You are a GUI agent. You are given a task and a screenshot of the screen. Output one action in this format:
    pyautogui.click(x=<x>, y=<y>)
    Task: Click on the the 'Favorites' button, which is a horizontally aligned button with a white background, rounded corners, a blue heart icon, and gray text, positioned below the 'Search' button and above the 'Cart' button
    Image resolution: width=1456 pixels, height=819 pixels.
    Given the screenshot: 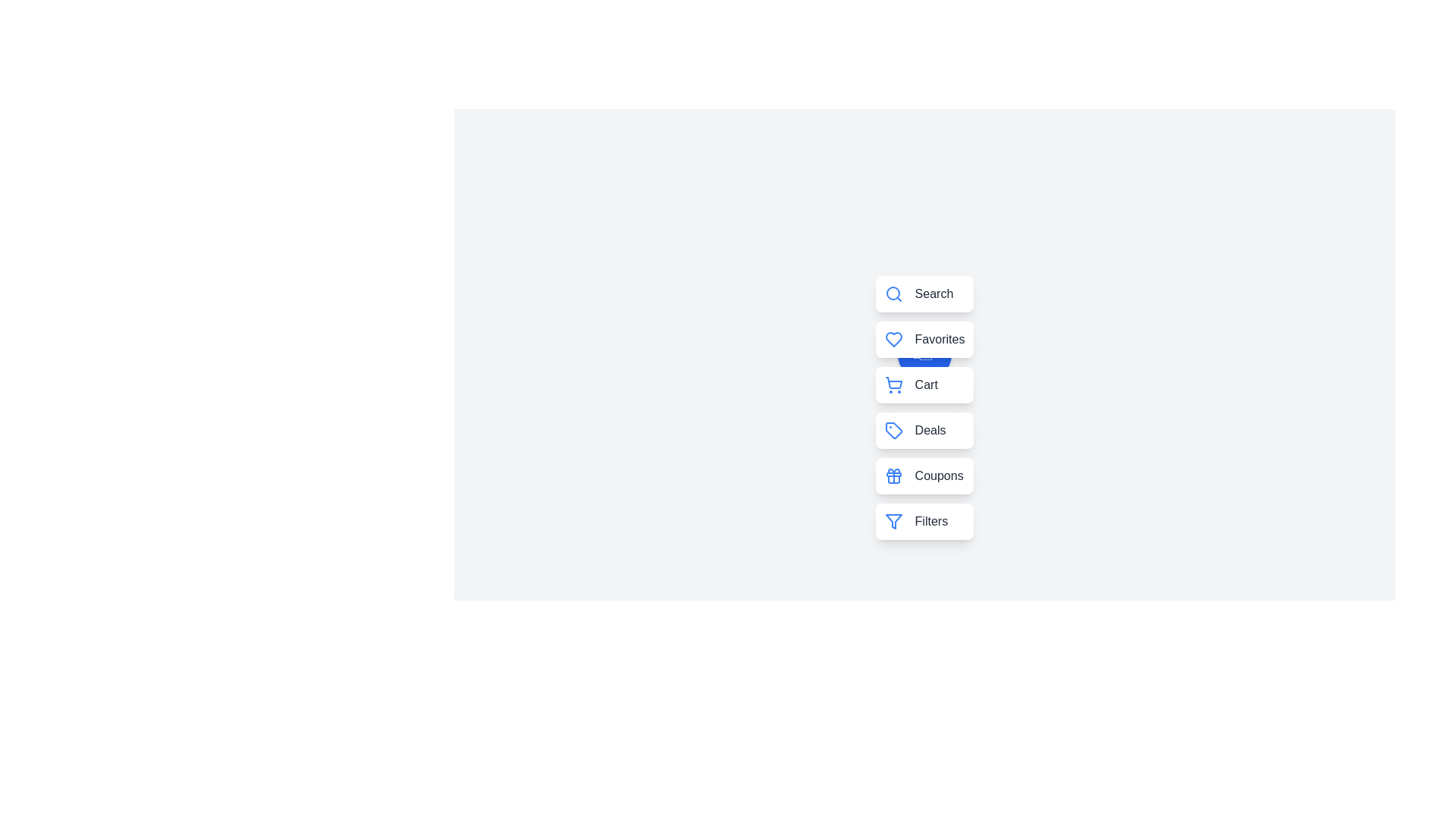 What is the action you would take?
    pyautogui.click(x=924, y=338)
    